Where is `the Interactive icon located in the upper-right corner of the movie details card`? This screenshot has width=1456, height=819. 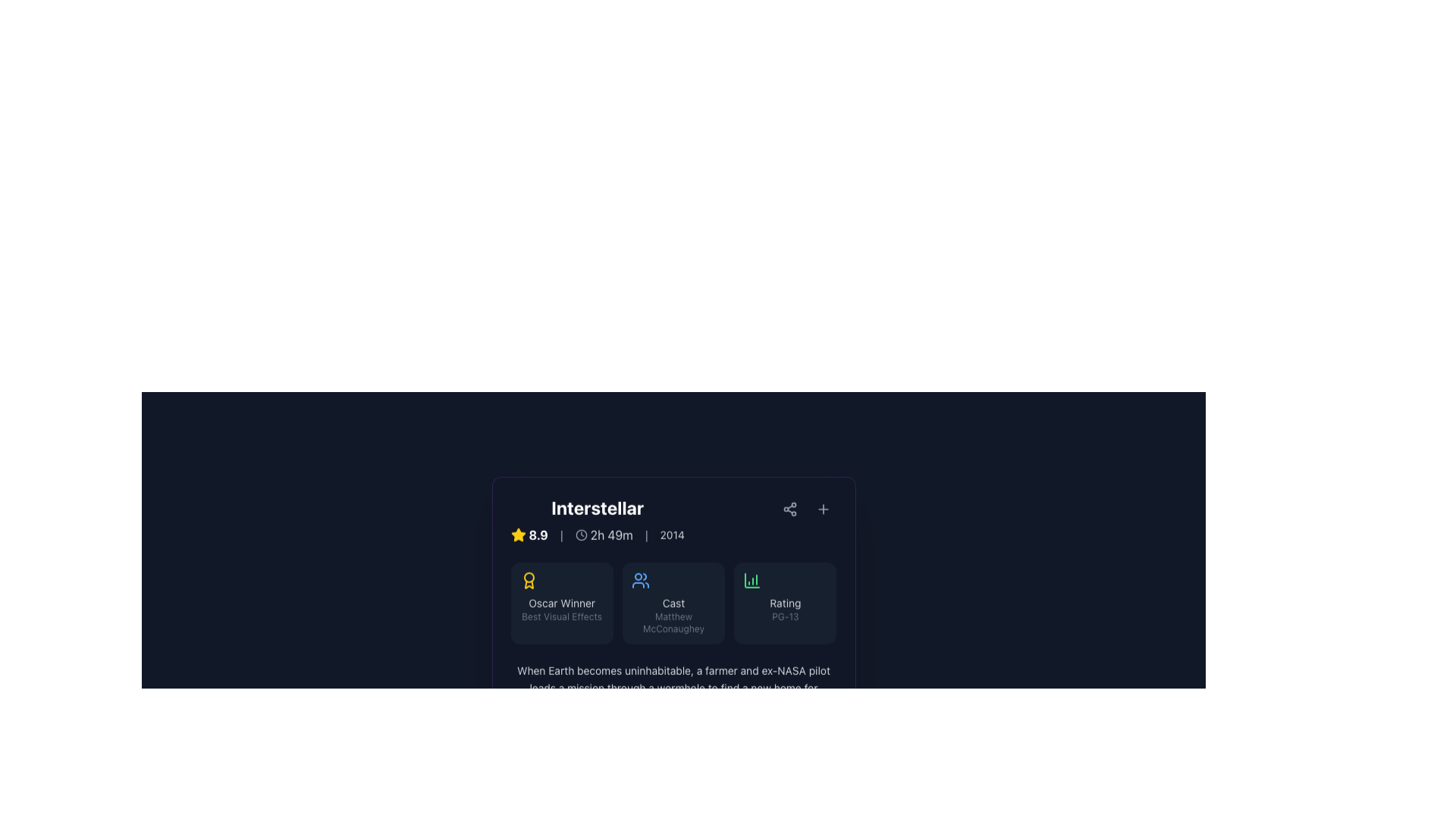 the Interactive icon located in the upper-right corner of the movie details card is located at coordinates (789, 509).